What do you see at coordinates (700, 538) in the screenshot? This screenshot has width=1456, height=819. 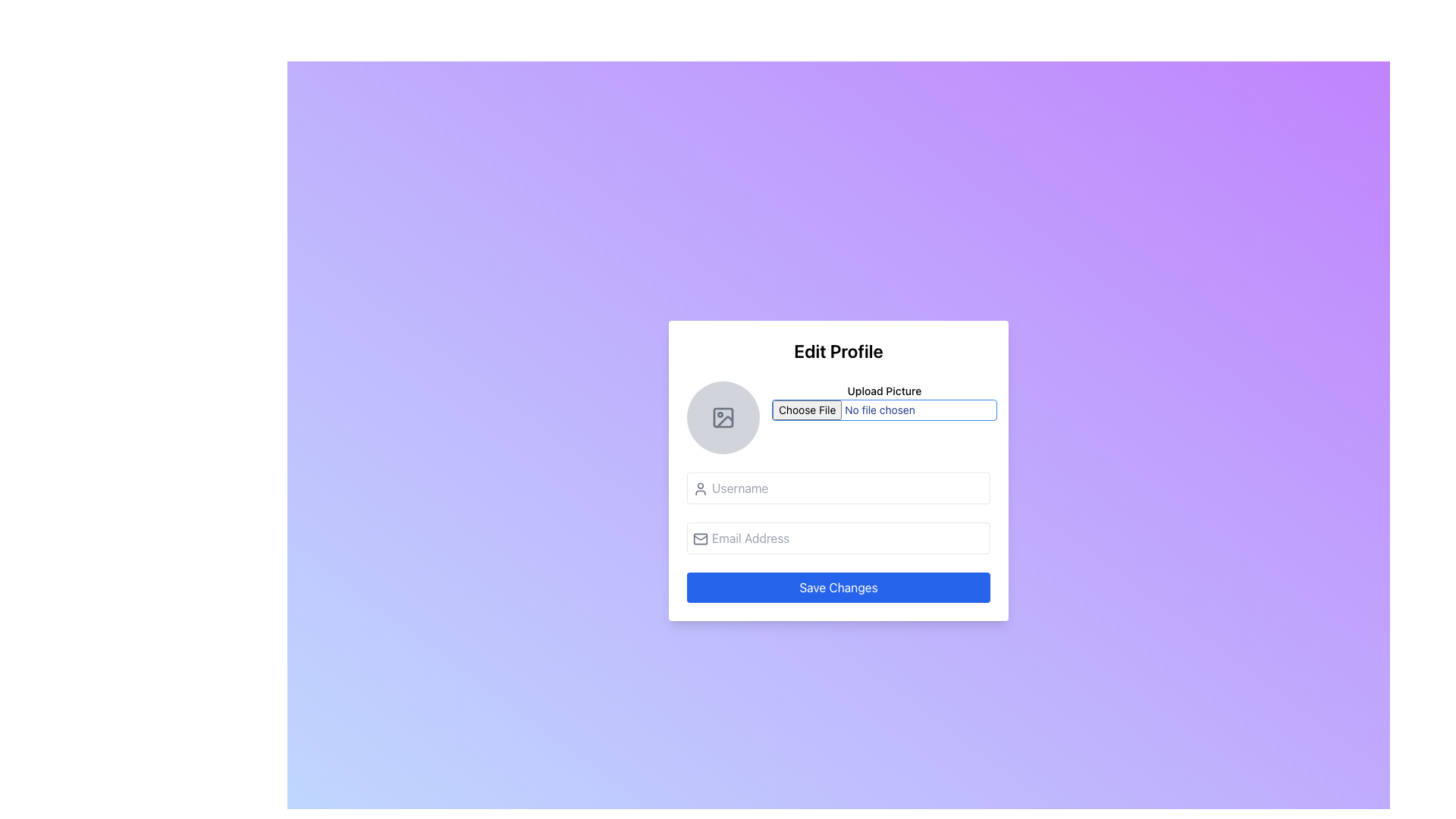 I see `the email address icon located to the left of the 'Email Address' input field, positioned slightly above the midpoint of the field` at bounding box center [700, 538].